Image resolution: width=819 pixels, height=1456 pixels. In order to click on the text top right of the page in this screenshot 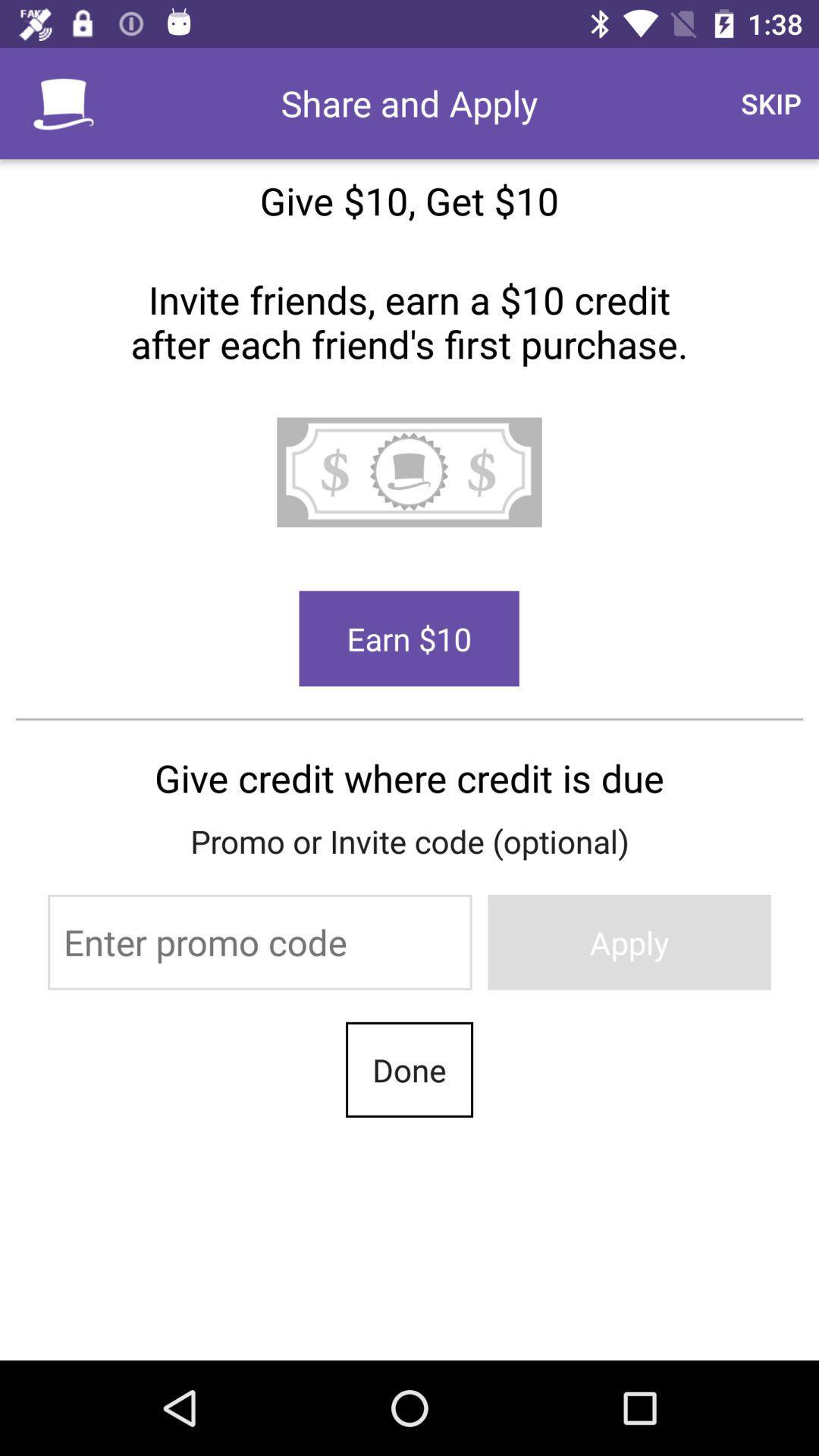, I will do `click(771, 103)`.